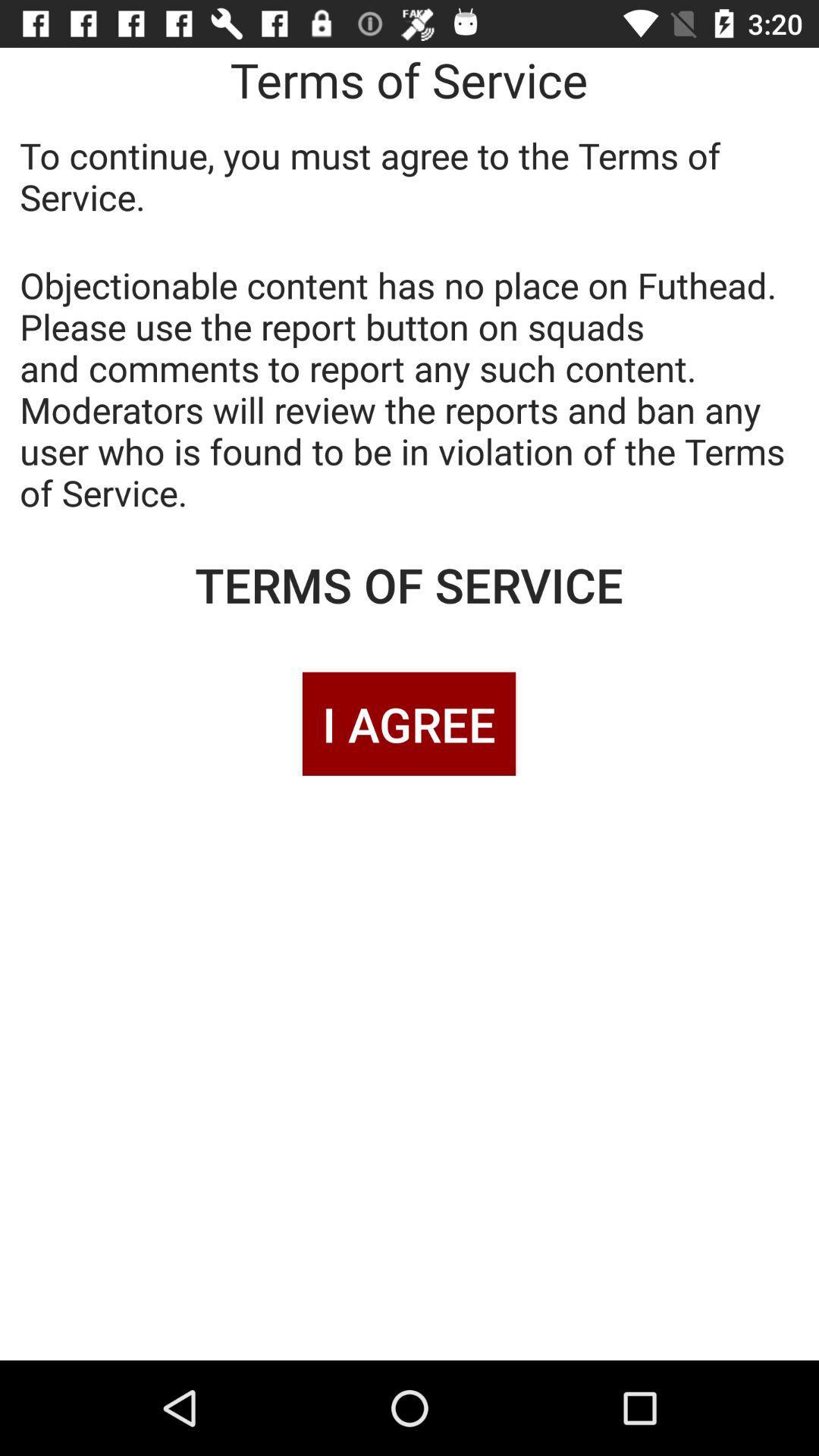  Describe the element at coordinates (408, 723) in the screenshot. I see `i agree item` at that location.